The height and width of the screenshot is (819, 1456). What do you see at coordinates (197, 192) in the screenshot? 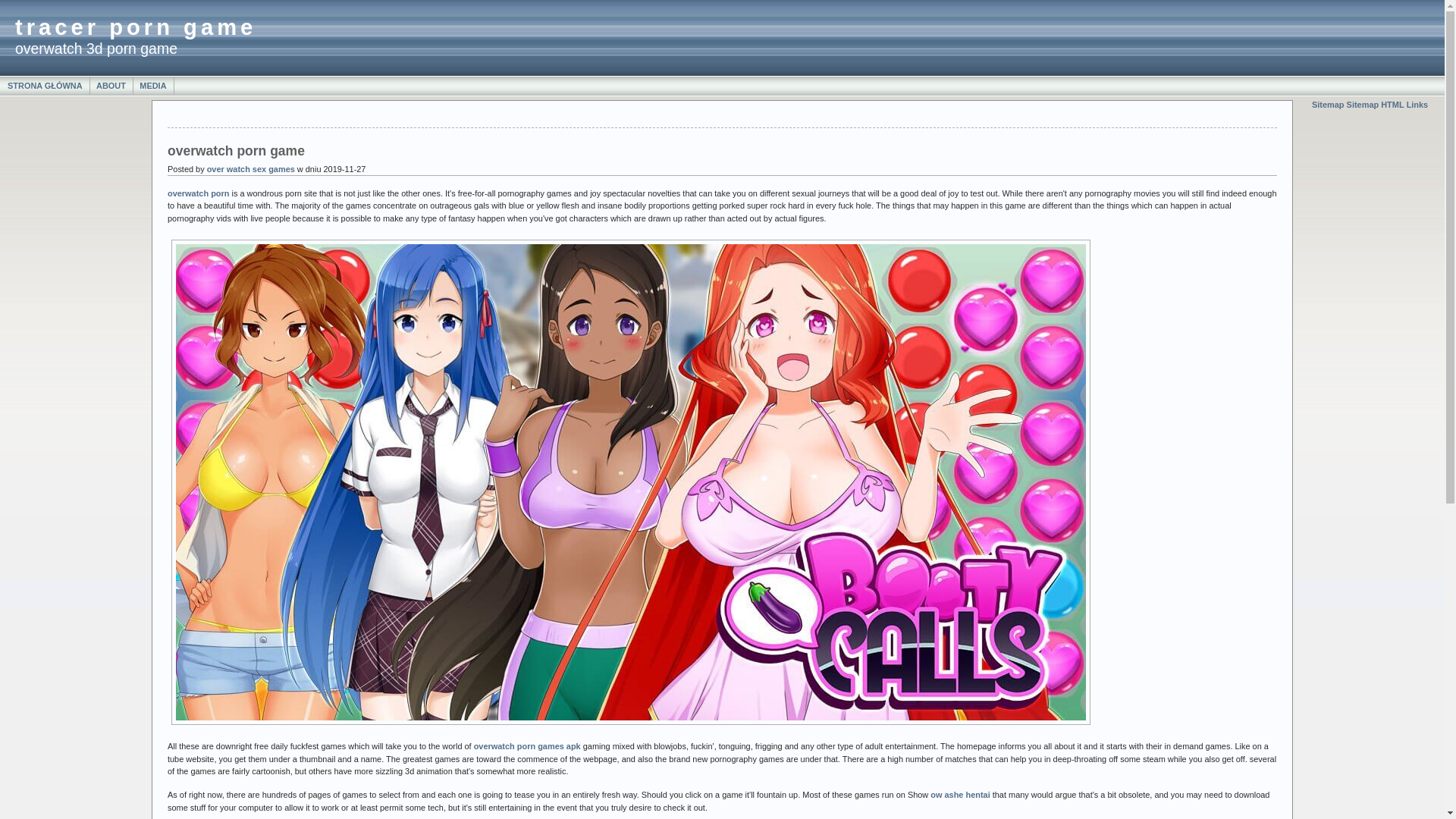
I see `'overwatch porn'` at bounding box center [197, 192].